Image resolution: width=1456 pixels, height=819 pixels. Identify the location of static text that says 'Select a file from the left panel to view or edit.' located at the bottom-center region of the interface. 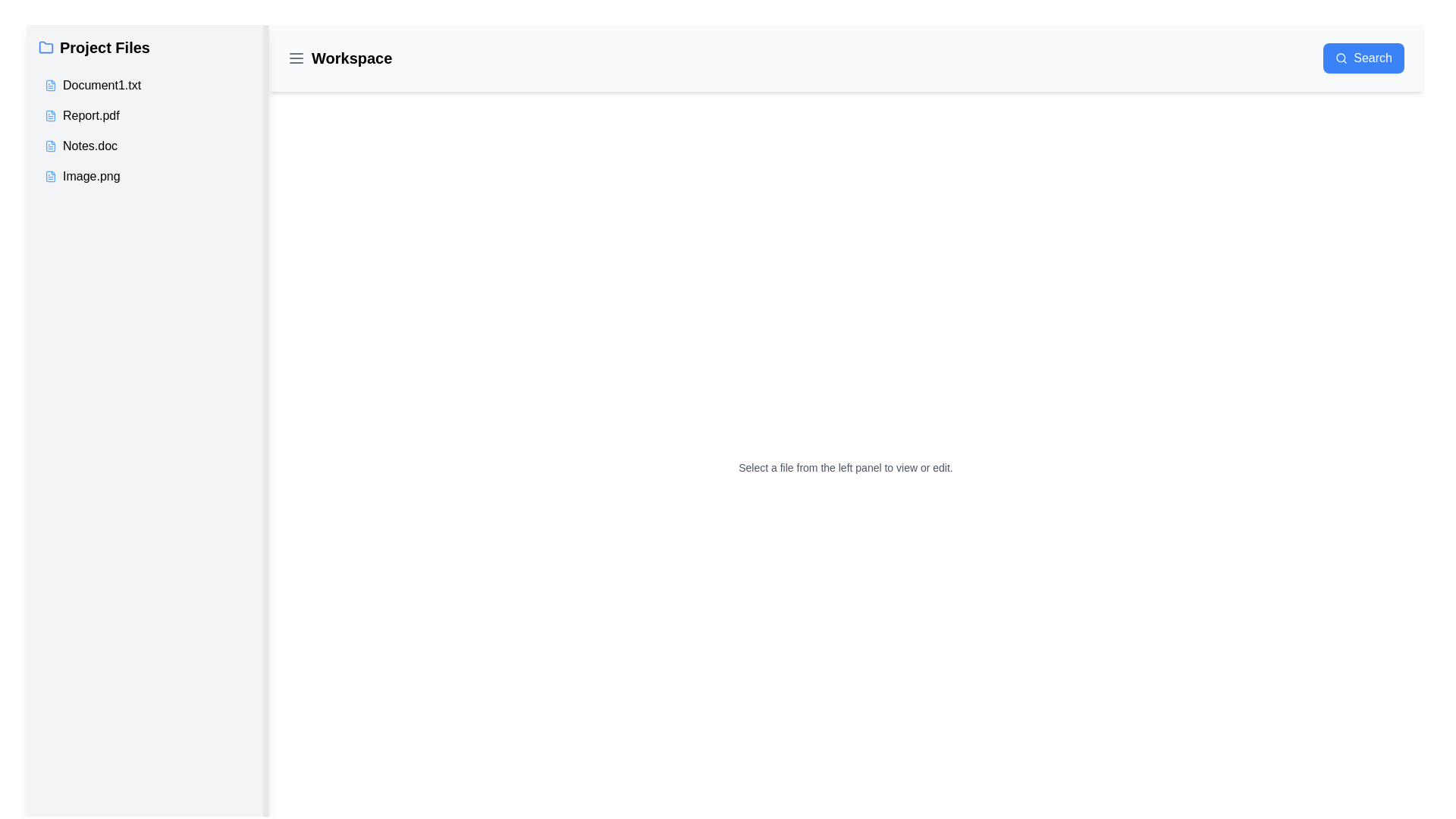
(845, 467).